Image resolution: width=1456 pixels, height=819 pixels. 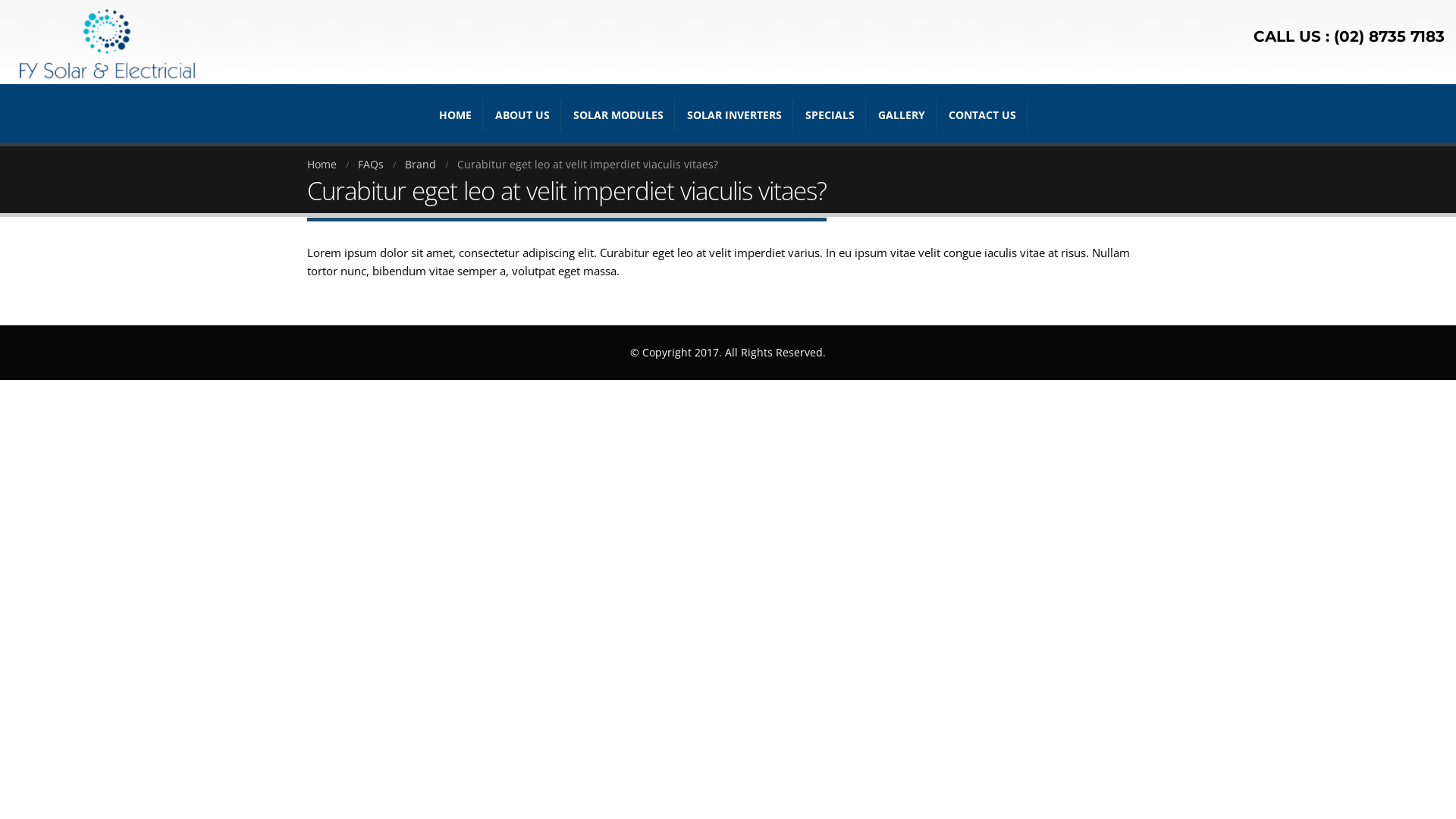 What do you see at coordinates (982, 114) in the screenshot?
I see `'CONTACT US'` at bounding box center [982, 114].